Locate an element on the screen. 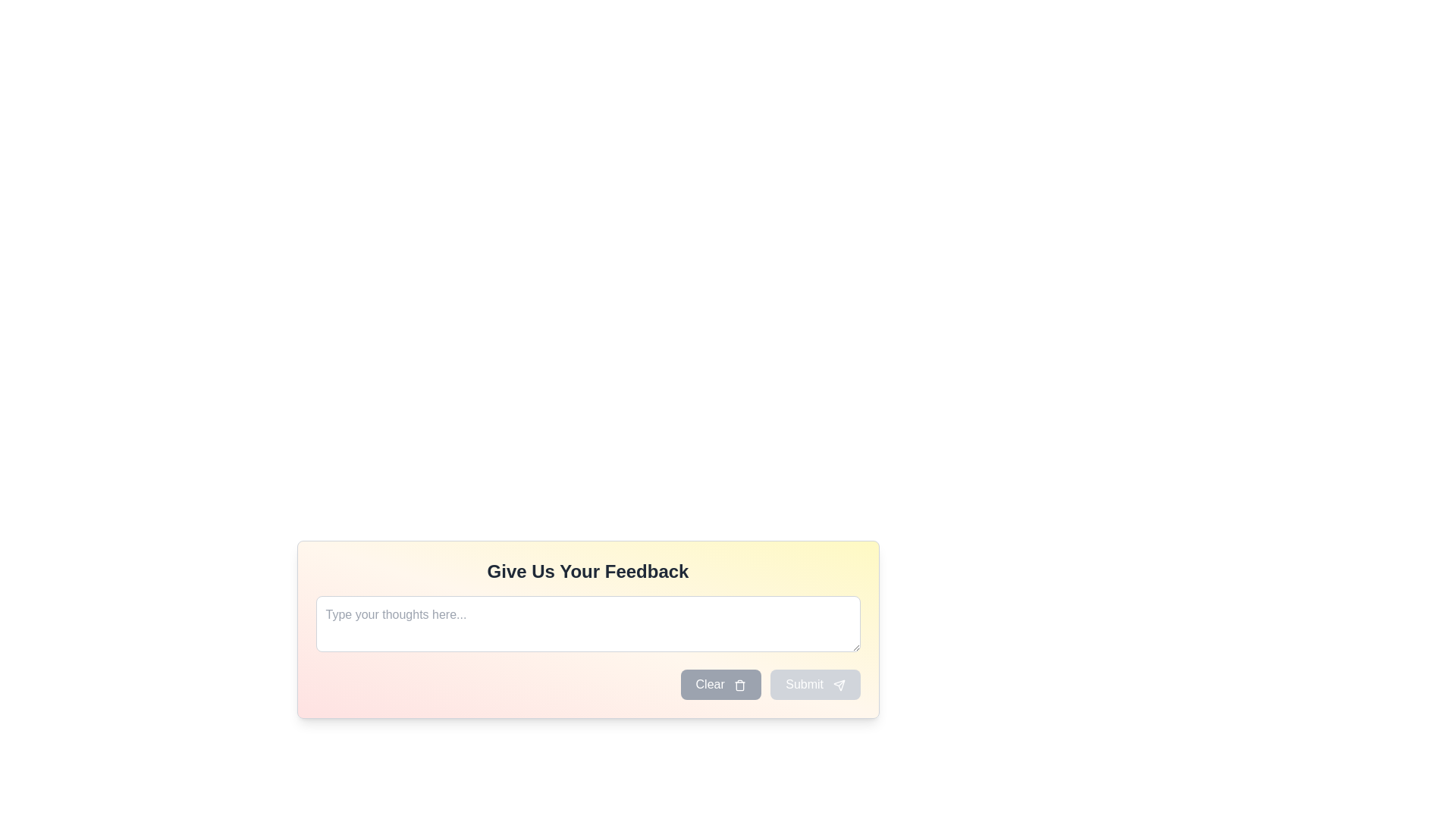 Image resolution: width=1456 pixels, height=819 pixels. the trash bin icon subcomponent located within the Clear button section at the center of the lower control bar of the feedback form UI is located at coordinates (740, 686).